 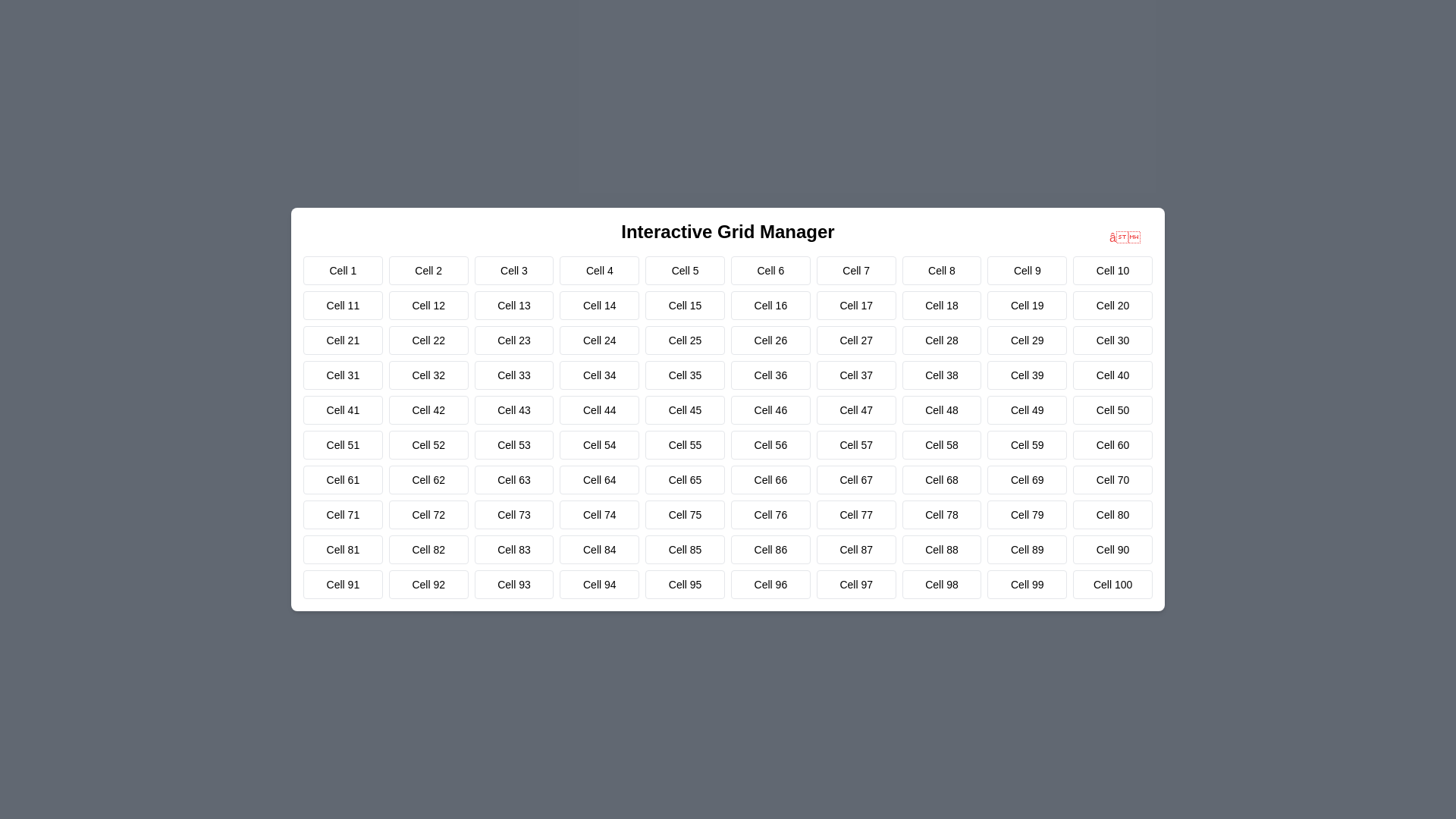 I want to click on close button in the top-right corner of the dialog, so click(x=1125, y=237).